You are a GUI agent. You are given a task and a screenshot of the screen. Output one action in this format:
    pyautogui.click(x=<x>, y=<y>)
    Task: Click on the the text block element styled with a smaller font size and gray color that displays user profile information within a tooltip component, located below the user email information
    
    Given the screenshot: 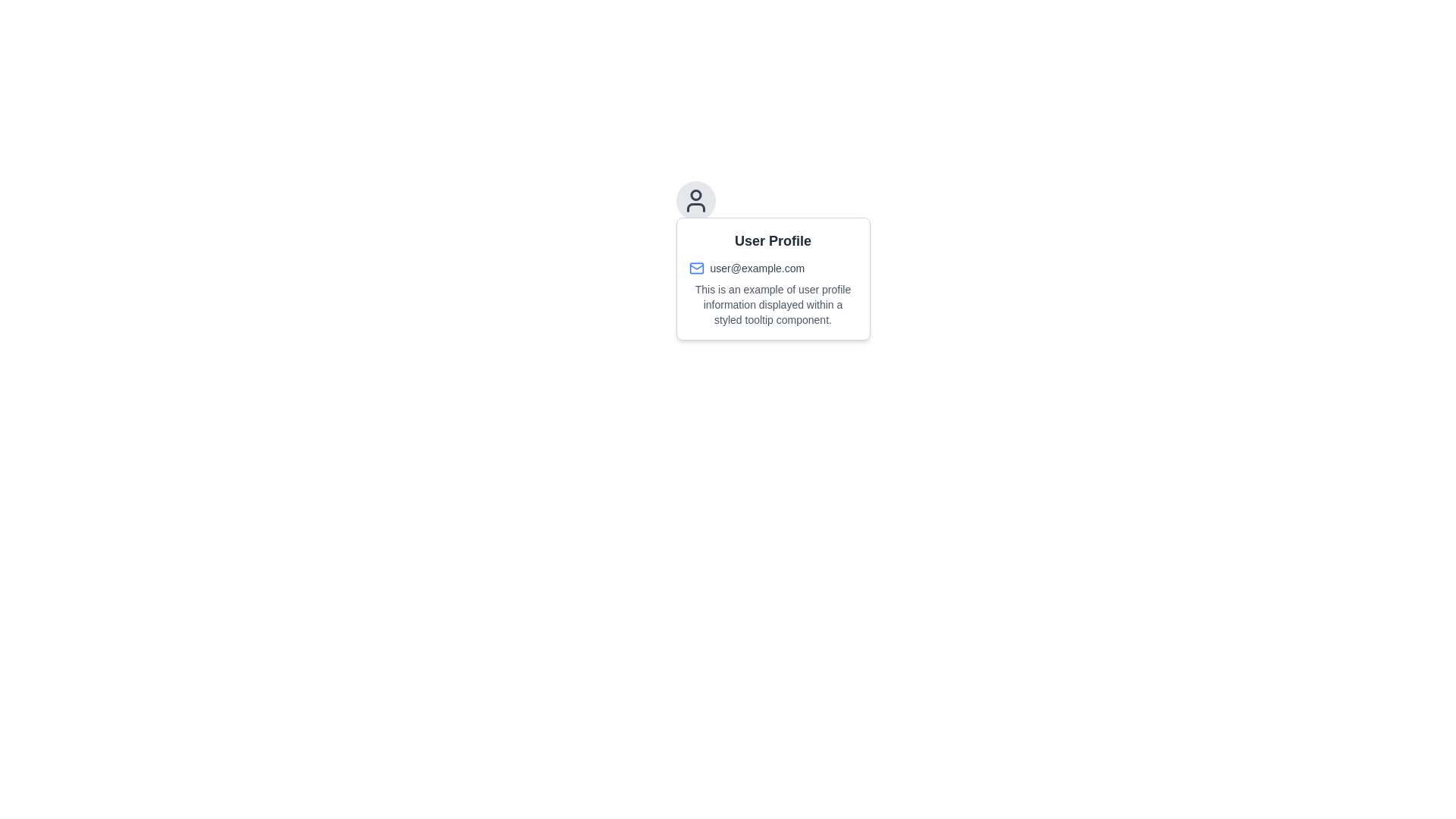 What is the action you would take?
    pyautogui.click(x=773, y=304)
    